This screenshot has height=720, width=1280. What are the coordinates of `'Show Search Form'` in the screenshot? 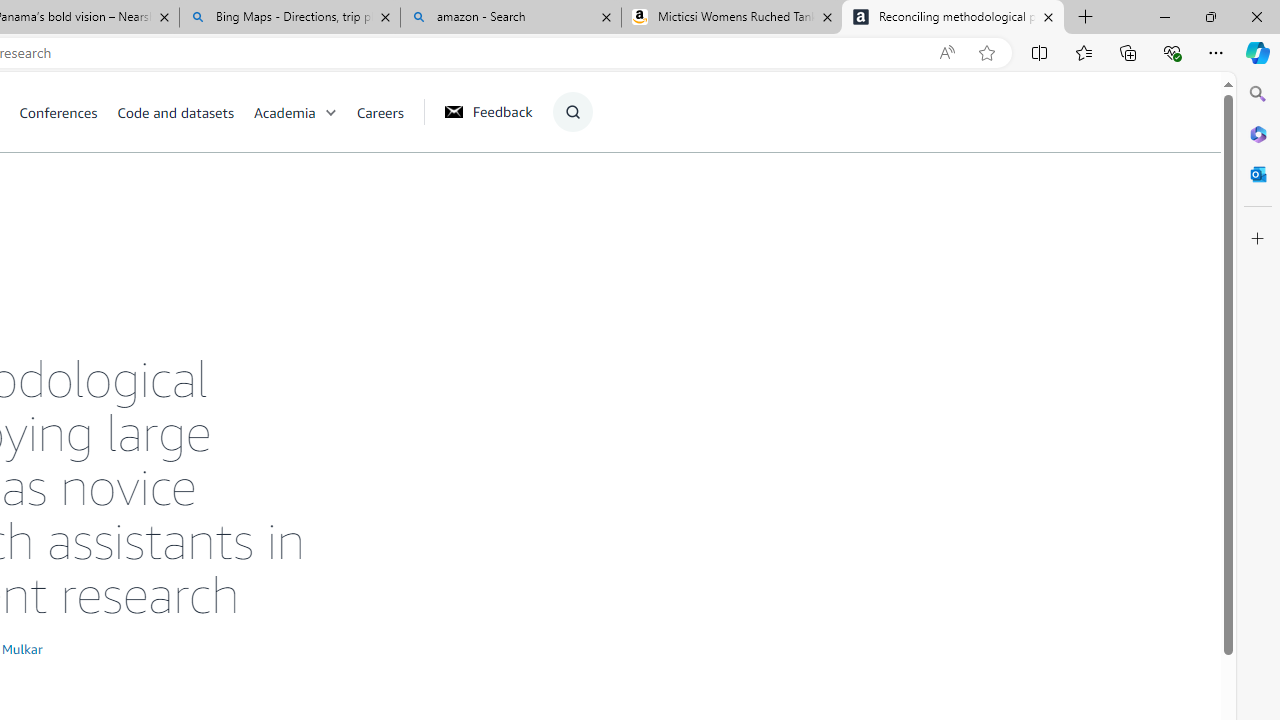 It's located at (571, 111).